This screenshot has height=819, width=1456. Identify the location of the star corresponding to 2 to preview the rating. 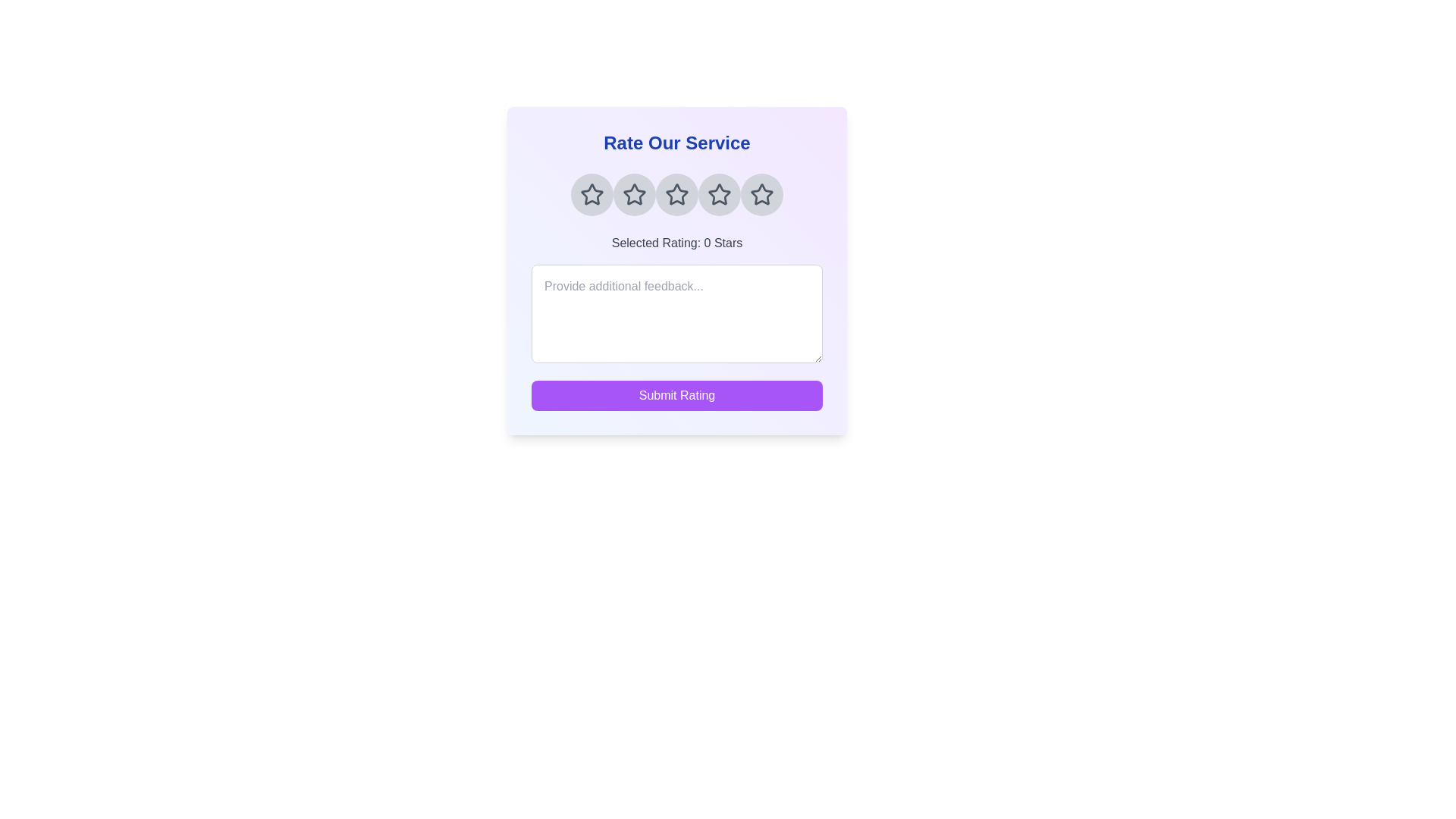
(634, 194).